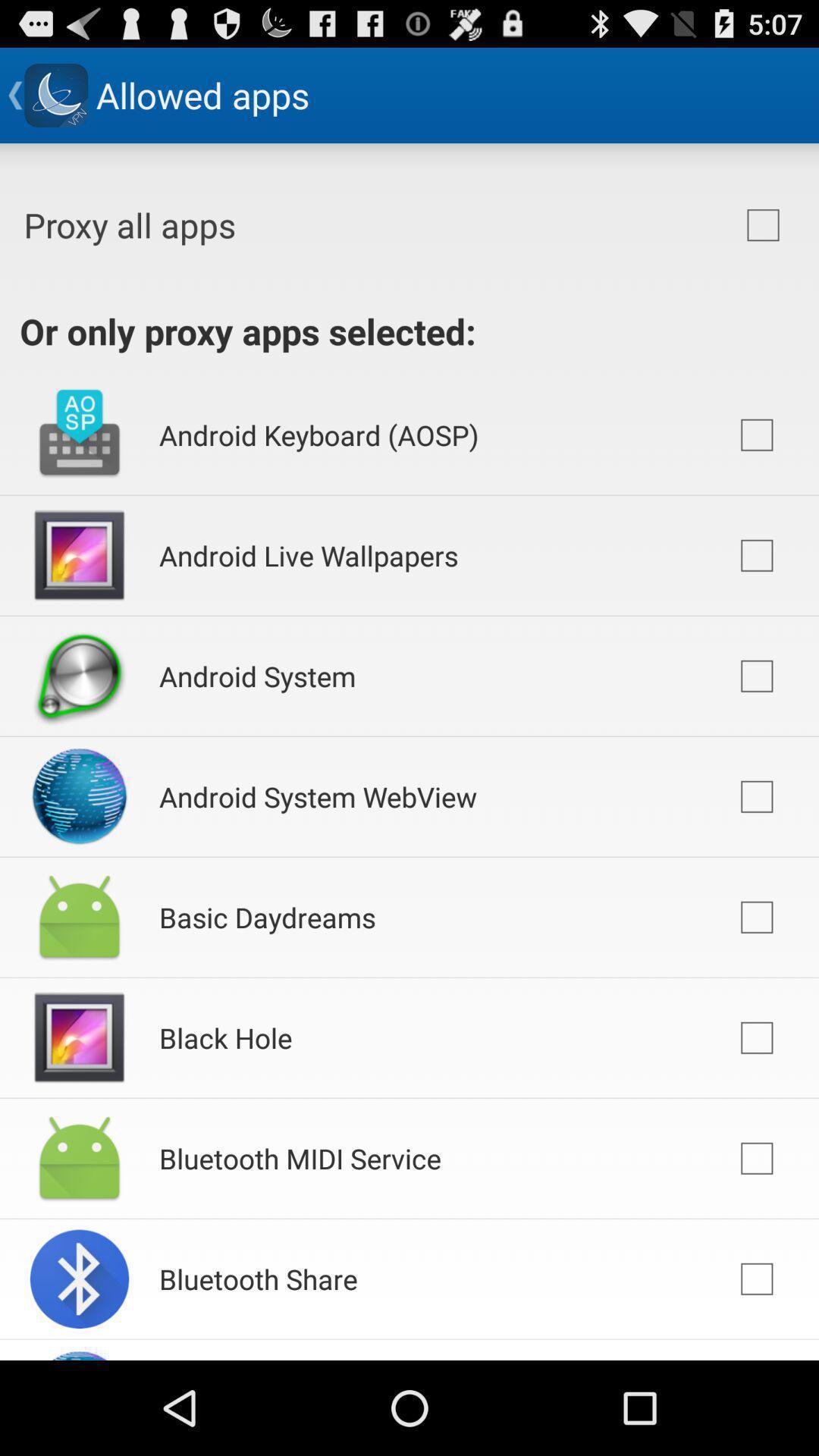 The height and width of the screenshot is (1456, 819). I want to click on android keyboard (aosp) app, so click(318, 434).